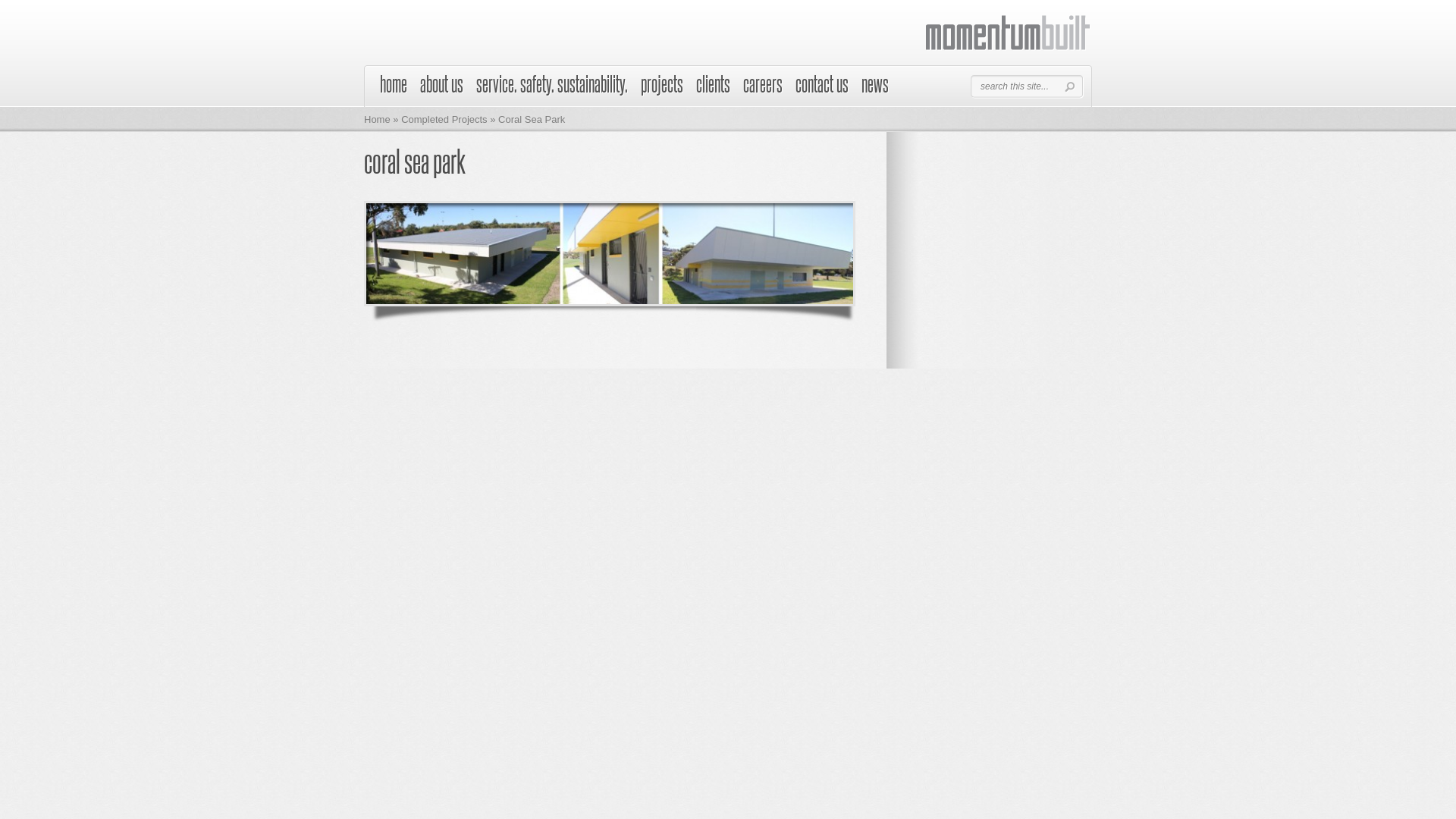 This screenshot has width=1456, height=819. What do you see at coordinates (795, 89) in the screenshot?
I see `'contact us'` at bounding box center [795, 89].